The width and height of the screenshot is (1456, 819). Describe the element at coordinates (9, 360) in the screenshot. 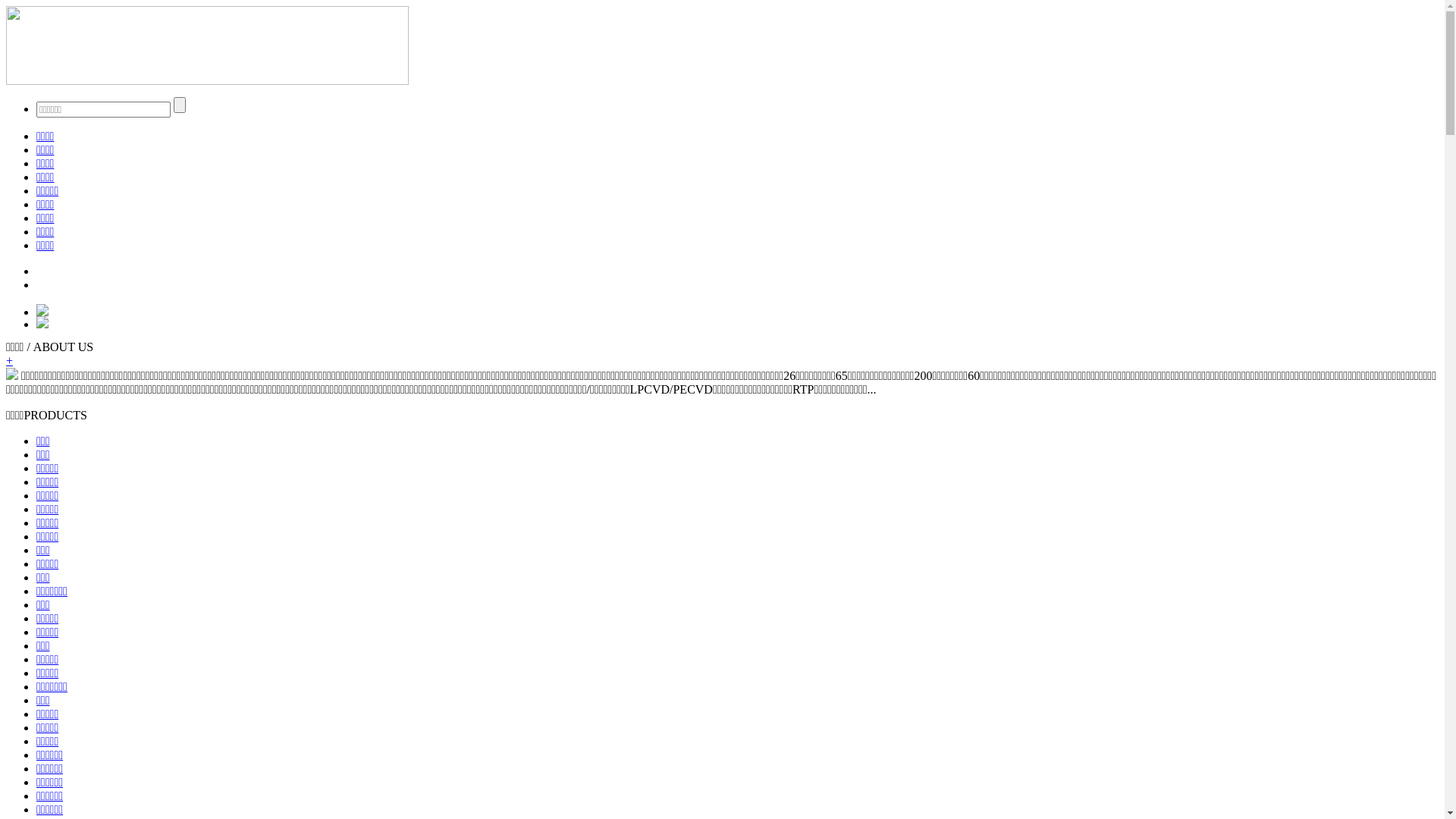

I see `'+'` at that location.